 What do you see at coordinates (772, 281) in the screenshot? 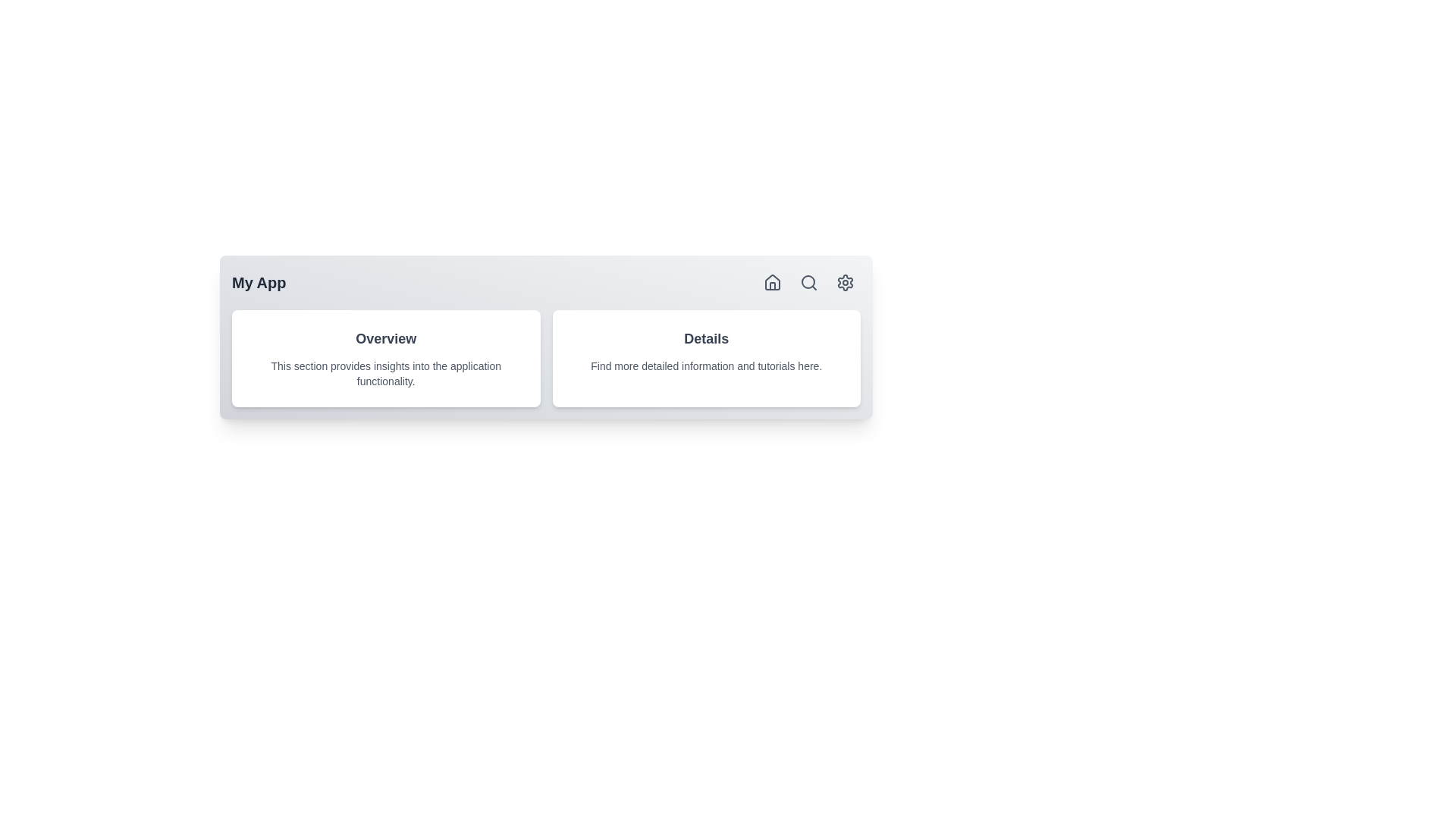
I see `the 'home' icon located in the top-right corner of the navigation bar` at bounding box center [772, 281].